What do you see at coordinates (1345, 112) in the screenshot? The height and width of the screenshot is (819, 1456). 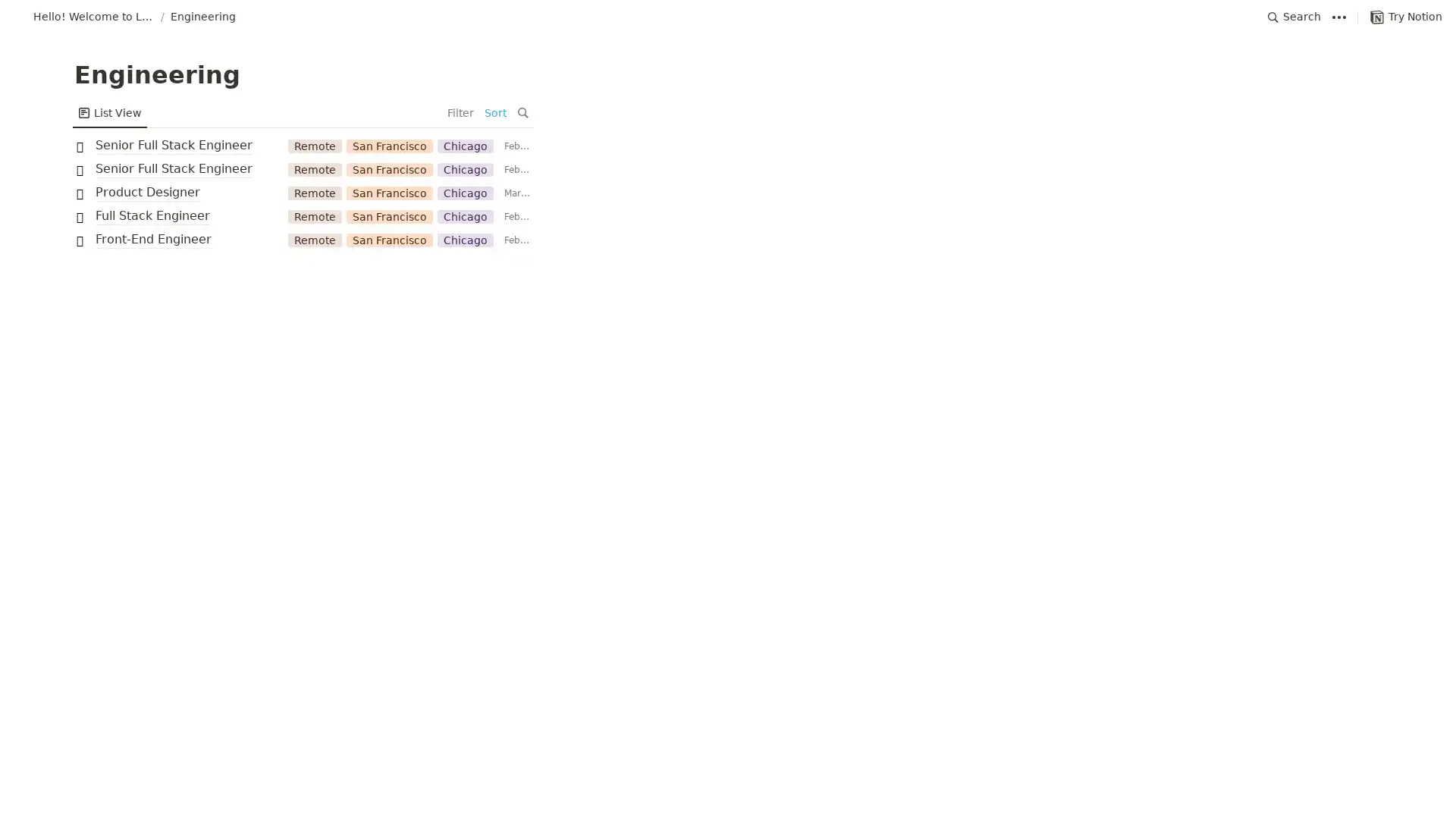 I see `Sort` at bounding box center [1345, 112].